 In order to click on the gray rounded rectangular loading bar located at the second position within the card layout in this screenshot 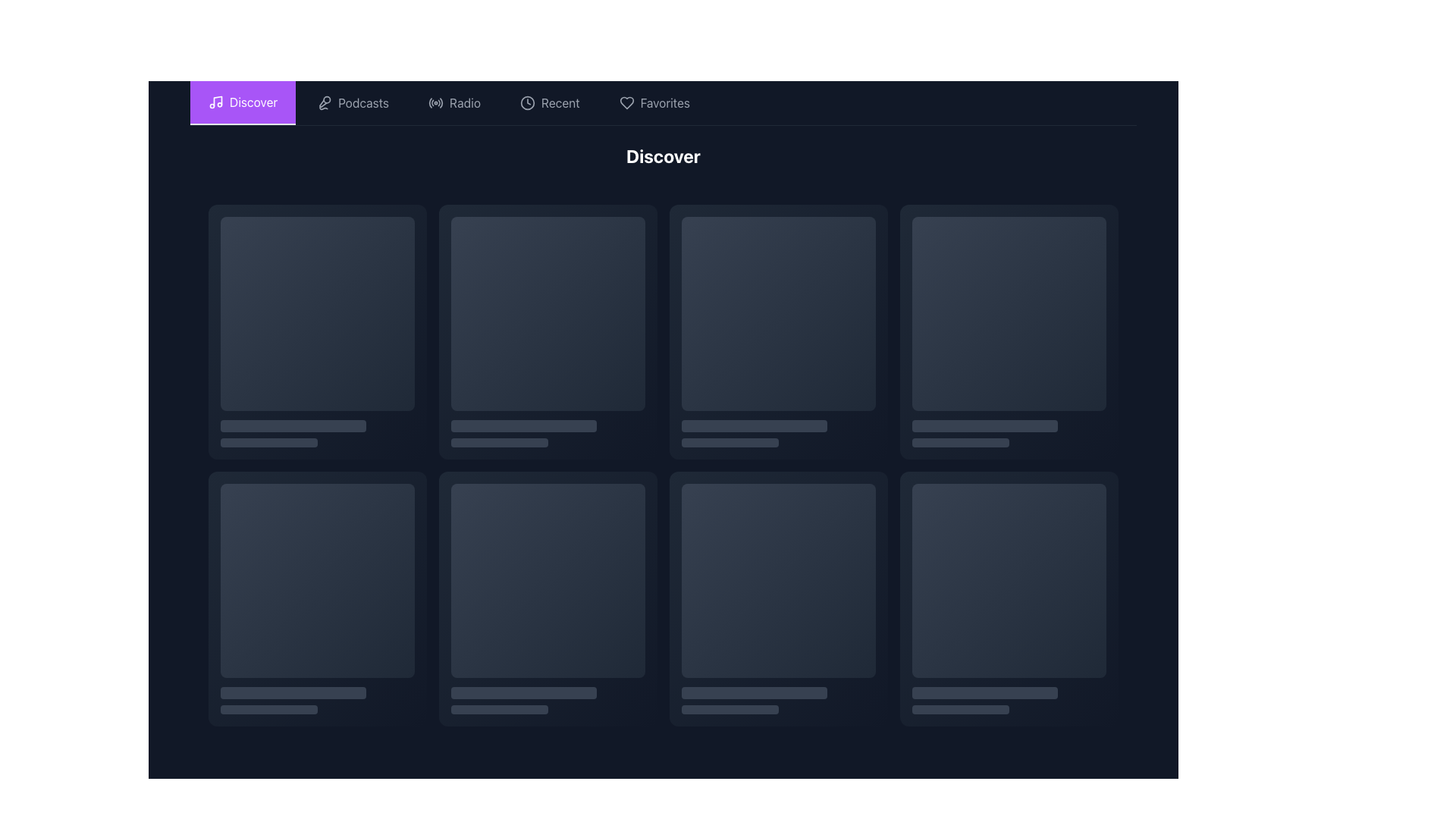, I will do `click(754, 426)`.